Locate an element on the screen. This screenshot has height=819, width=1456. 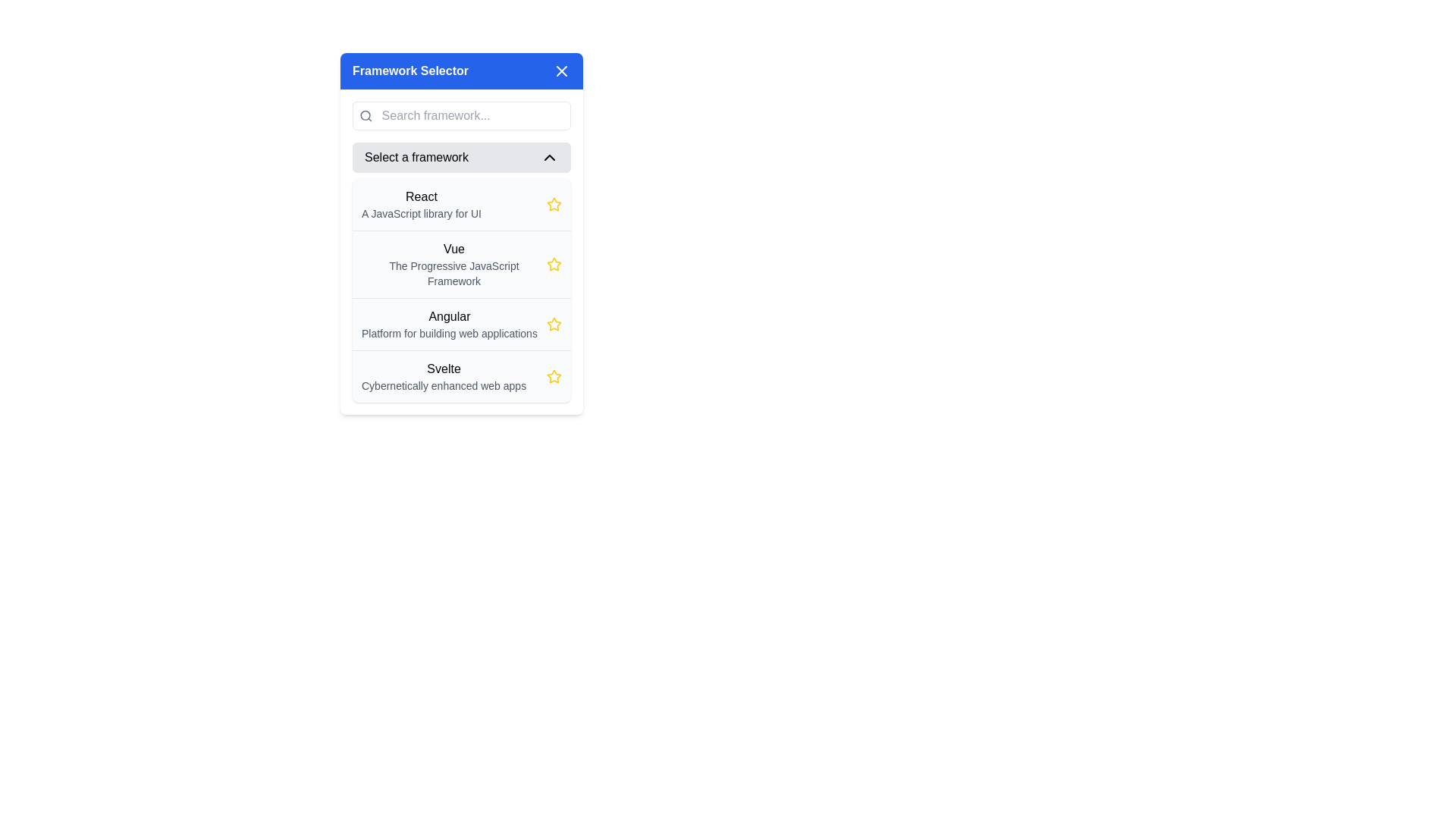
the fourth item in the list, which is located beneath the 'Angular' item and is related to 'Svelte' is located at coordinates (461, 375).